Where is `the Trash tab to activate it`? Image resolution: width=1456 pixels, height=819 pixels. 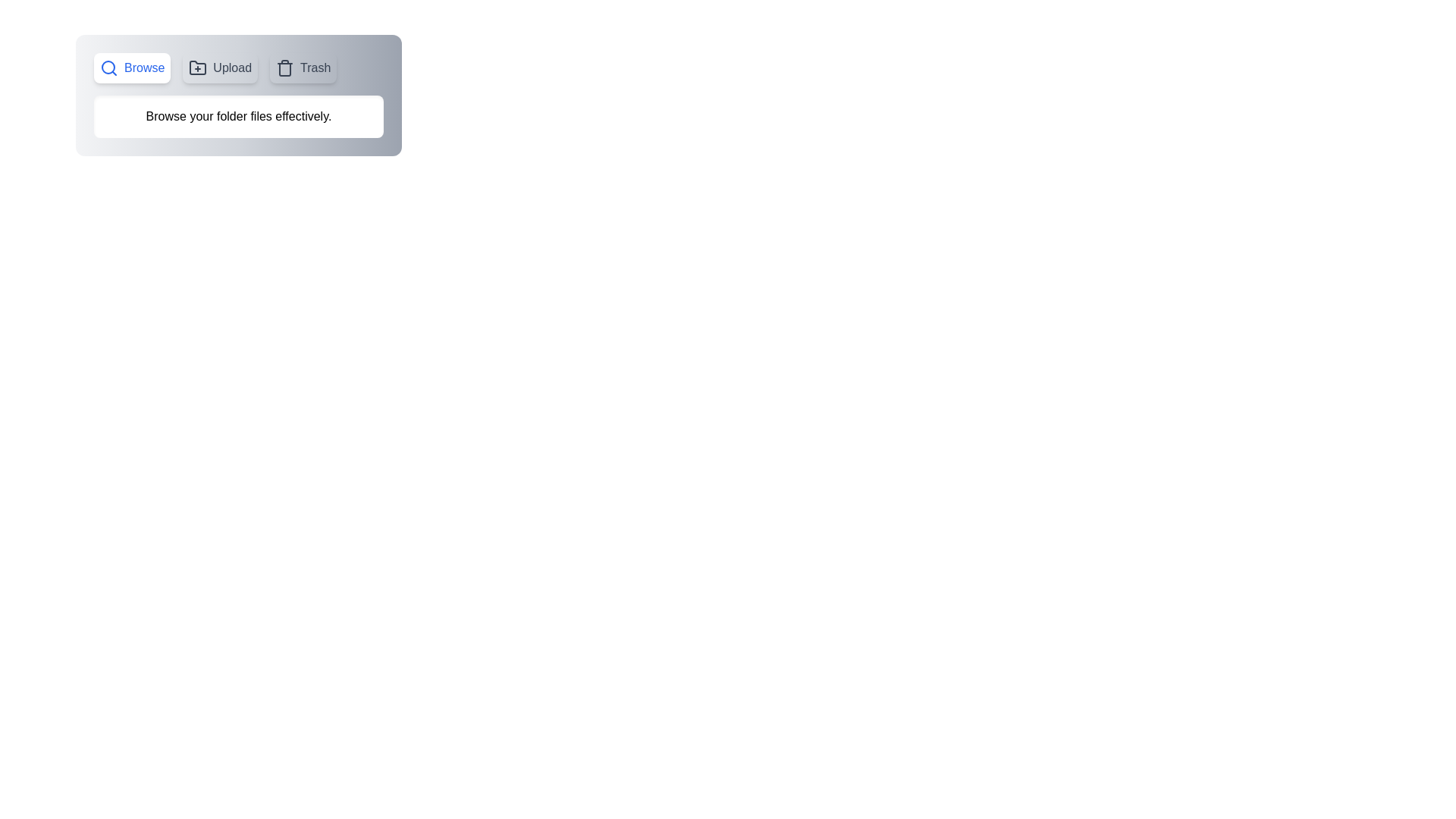
the Trash tab to activate it is located at coordinates (303, 67).